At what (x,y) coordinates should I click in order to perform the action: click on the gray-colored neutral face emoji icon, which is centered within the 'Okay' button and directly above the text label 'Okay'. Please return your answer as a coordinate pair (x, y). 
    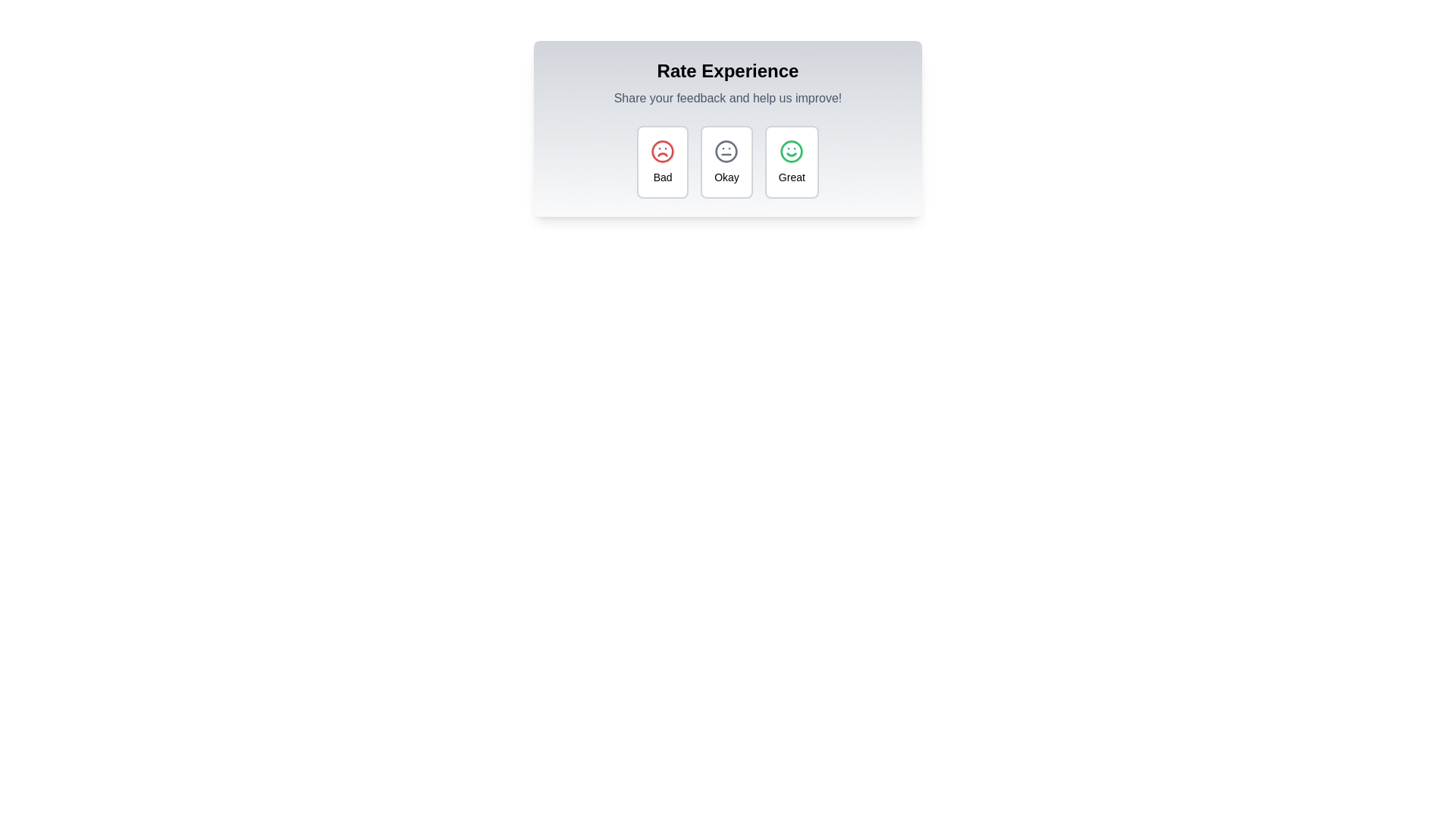
    Looking at the image, I should click on (726, 152).